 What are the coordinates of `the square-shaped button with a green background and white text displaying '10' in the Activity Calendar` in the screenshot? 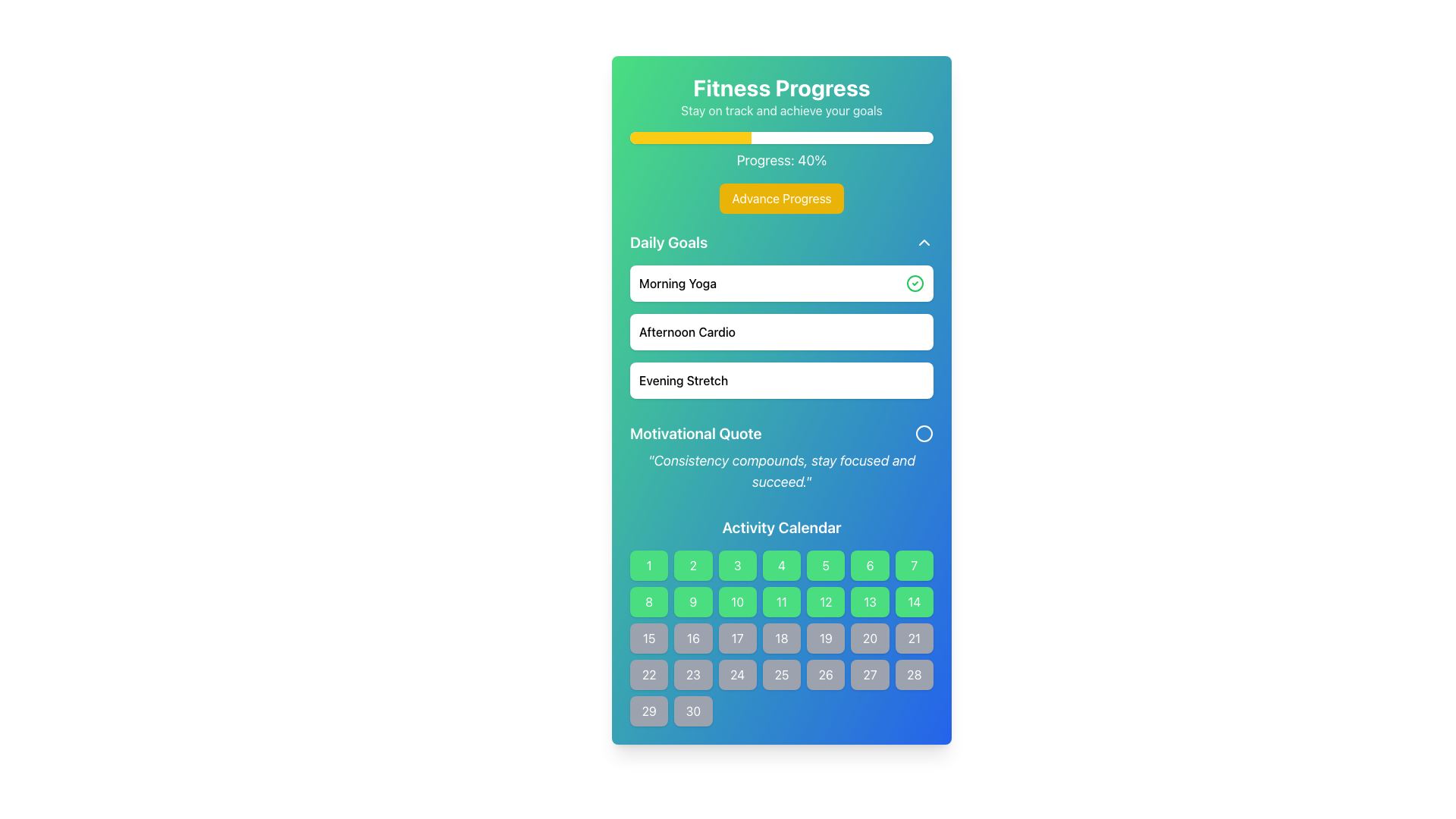 It's located at (737, 601).